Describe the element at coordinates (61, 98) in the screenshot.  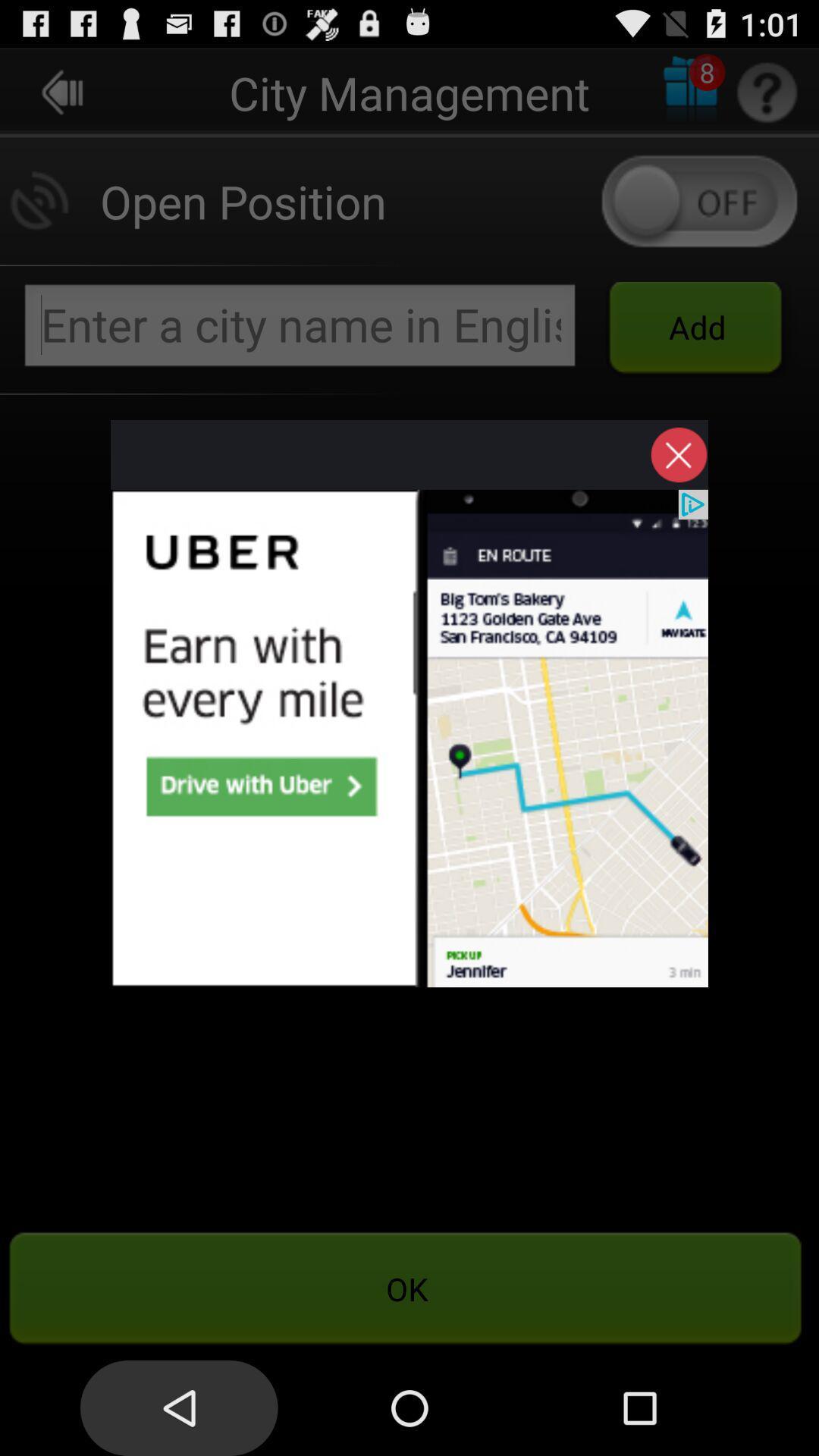
I see `the arrow_backward icon` at that location.